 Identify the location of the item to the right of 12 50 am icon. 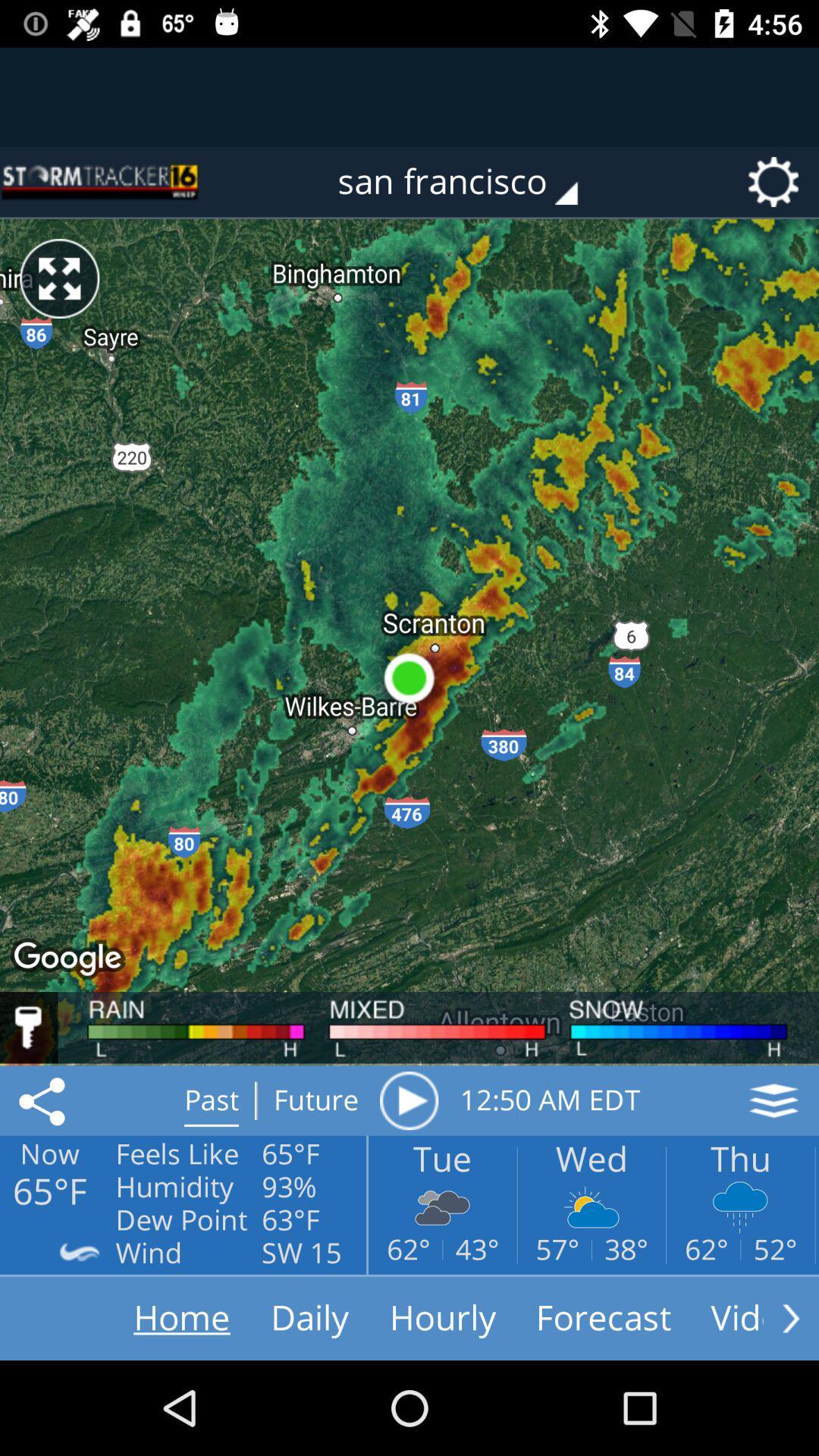
(773, 1100).